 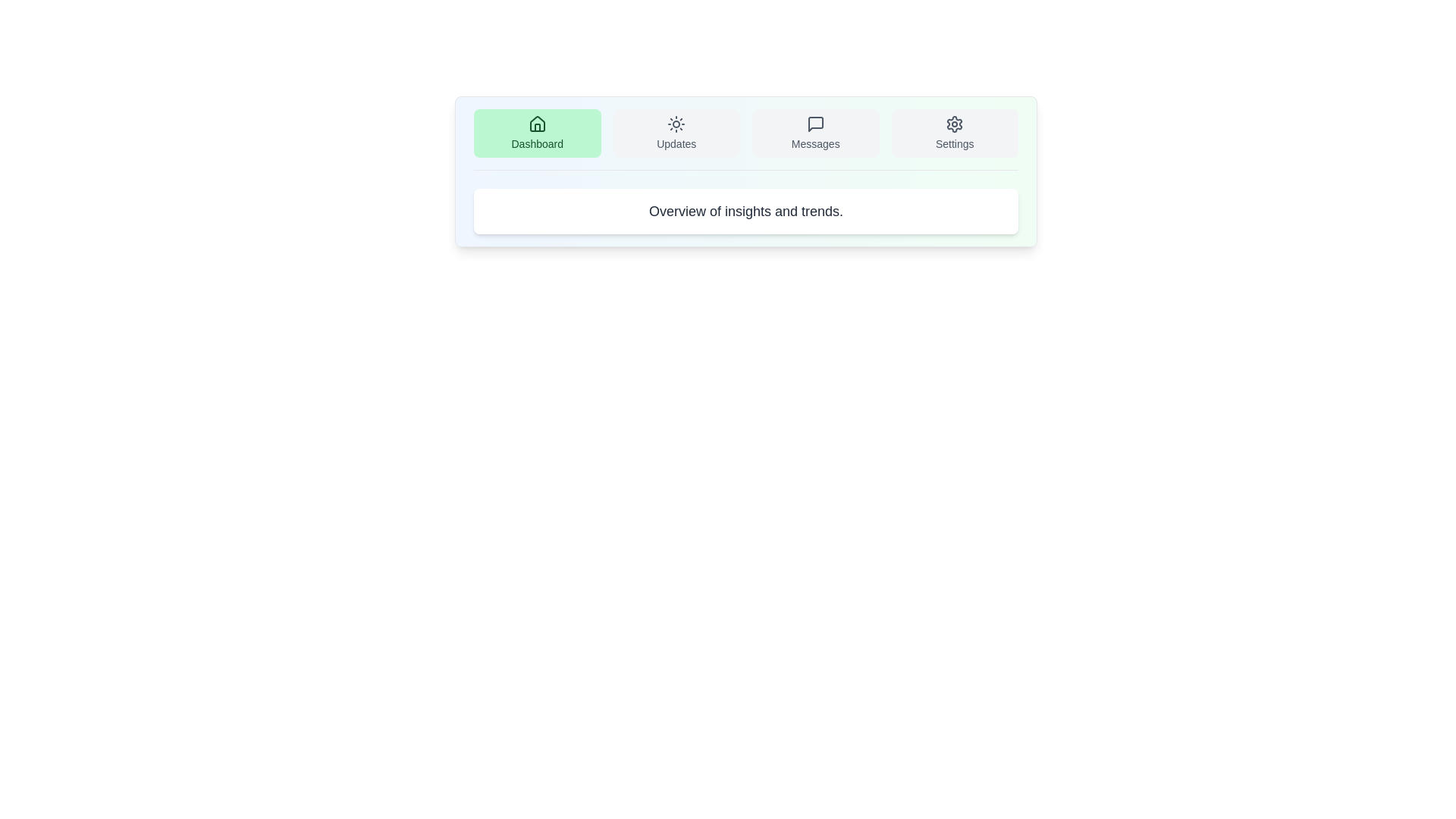 What do you see at coordinates (537, 133) in the screenshot?
I see `the Dashboard tab to view its content` at bounding box center [537, 133].